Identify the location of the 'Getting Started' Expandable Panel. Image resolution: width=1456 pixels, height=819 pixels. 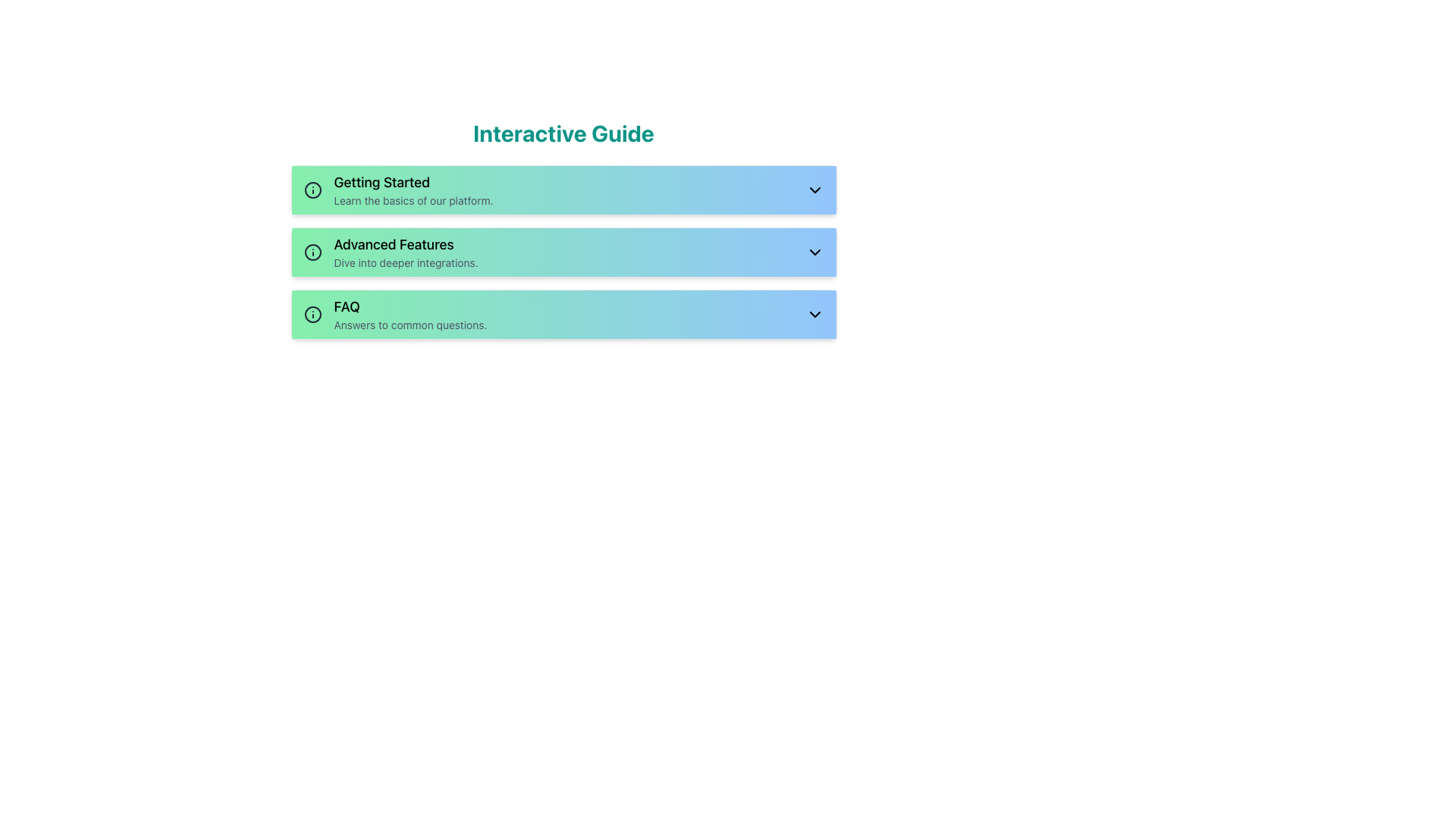
(563, 189).